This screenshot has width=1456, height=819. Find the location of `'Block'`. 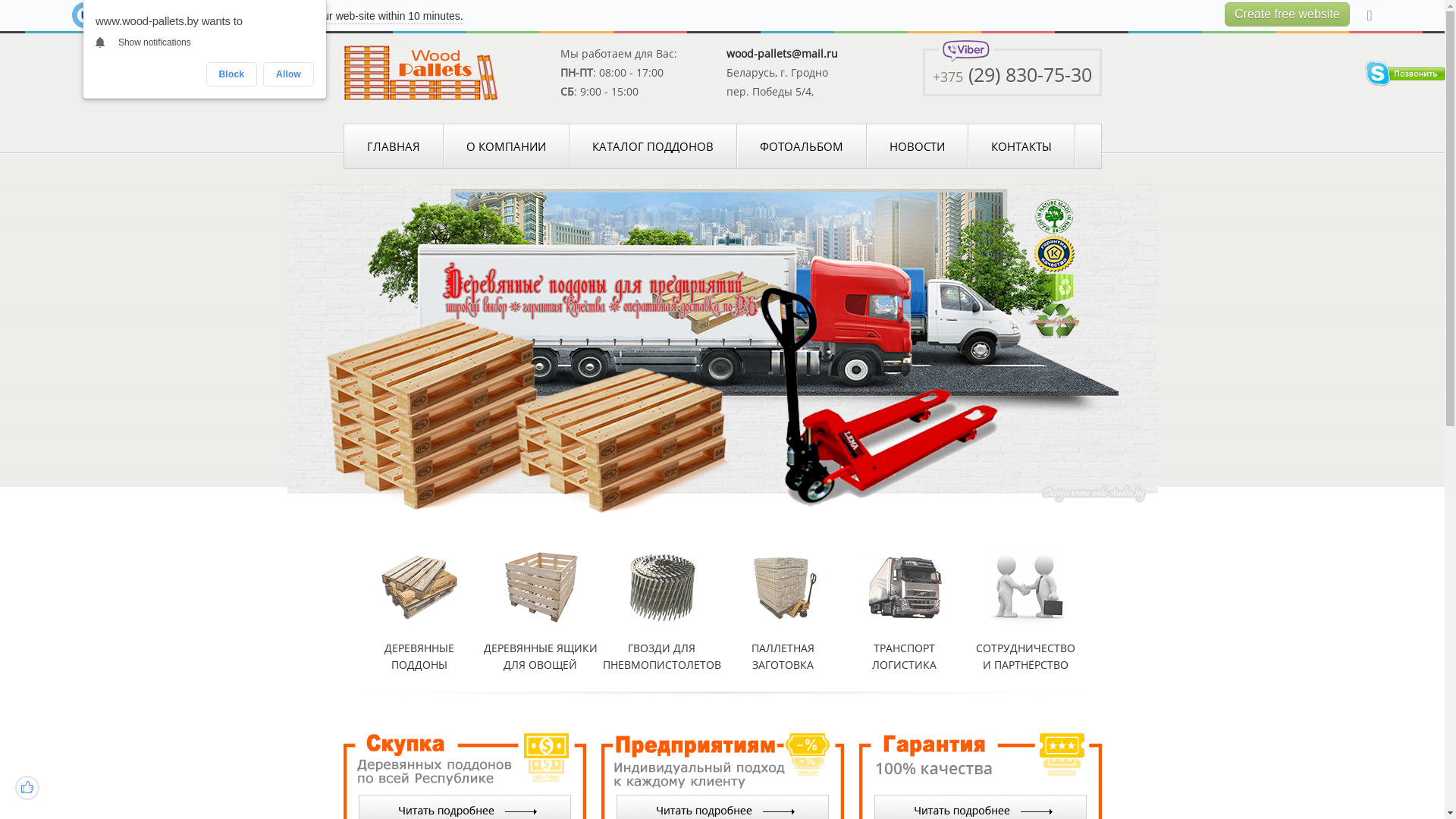

'Block' is located at coordinates (231, 74).